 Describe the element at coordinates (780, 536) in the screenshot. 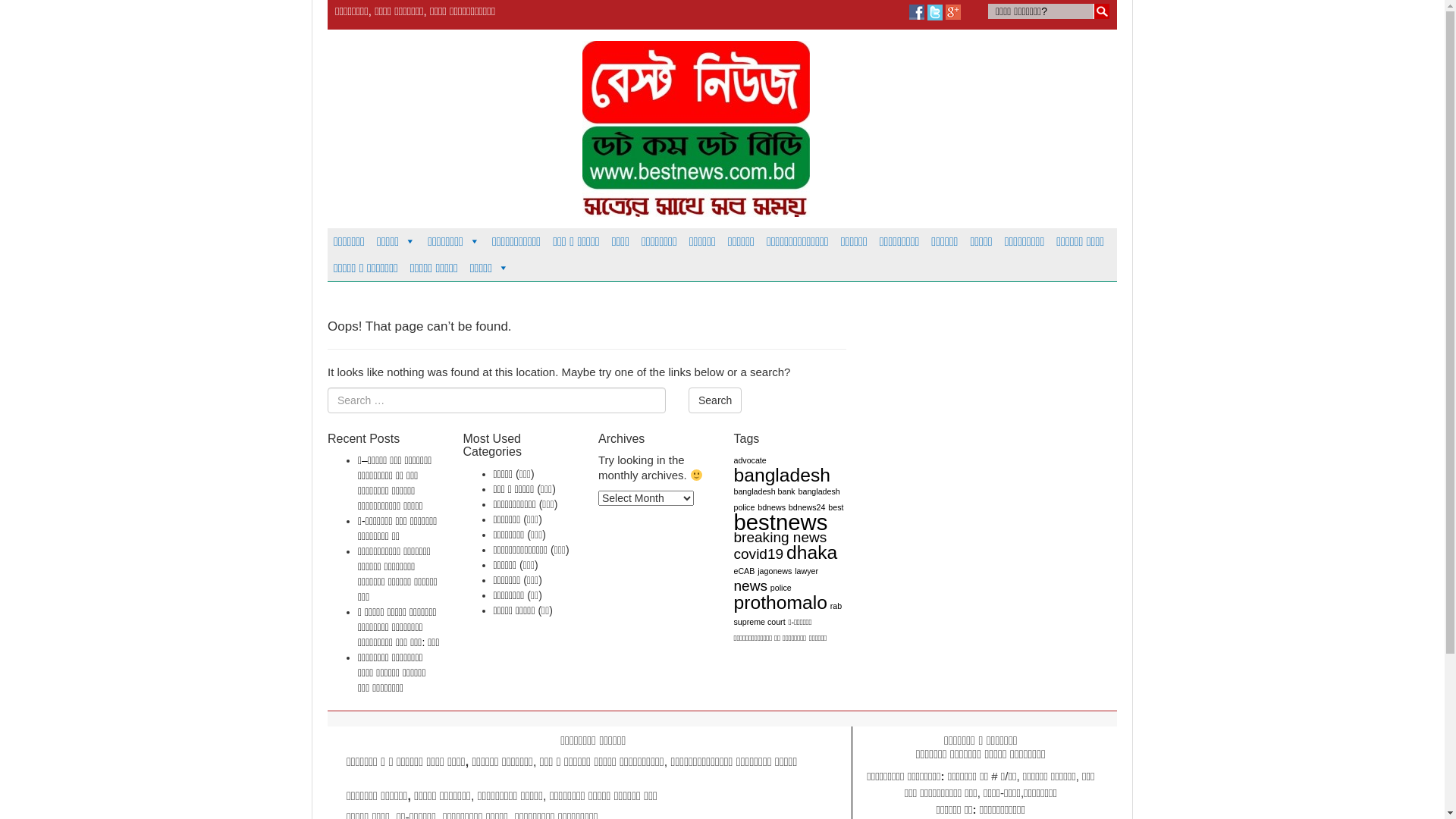

I see `'breaking news'` at that location.